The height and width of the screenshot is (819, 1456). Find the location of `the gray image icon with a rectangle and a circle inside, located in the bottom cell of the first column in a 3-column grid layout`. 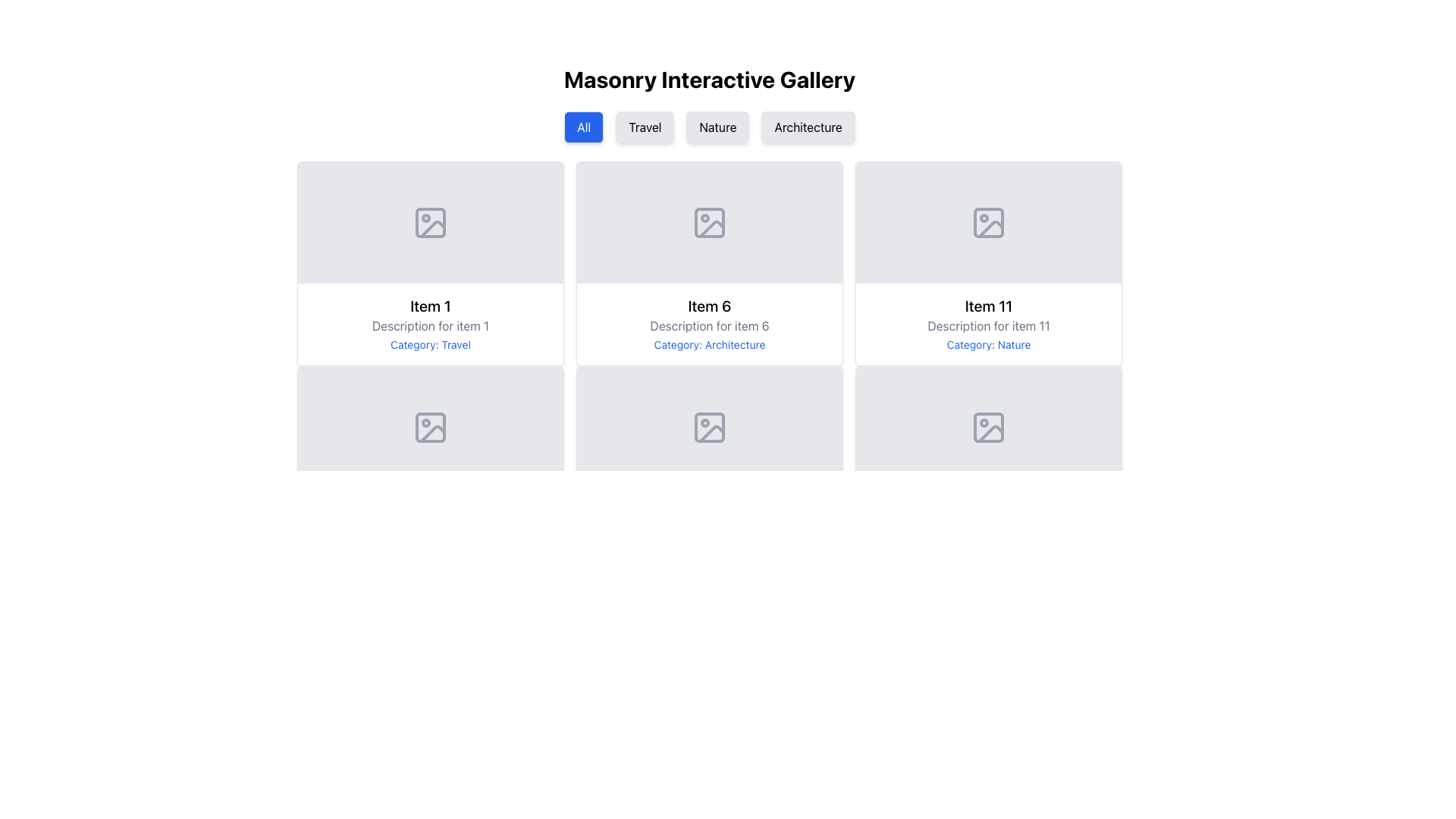

the gray image icon with a rectangle and a circle inside, located in the bottom cell of the first column in a 3-column grid layout is located at coordinates (429, 427).